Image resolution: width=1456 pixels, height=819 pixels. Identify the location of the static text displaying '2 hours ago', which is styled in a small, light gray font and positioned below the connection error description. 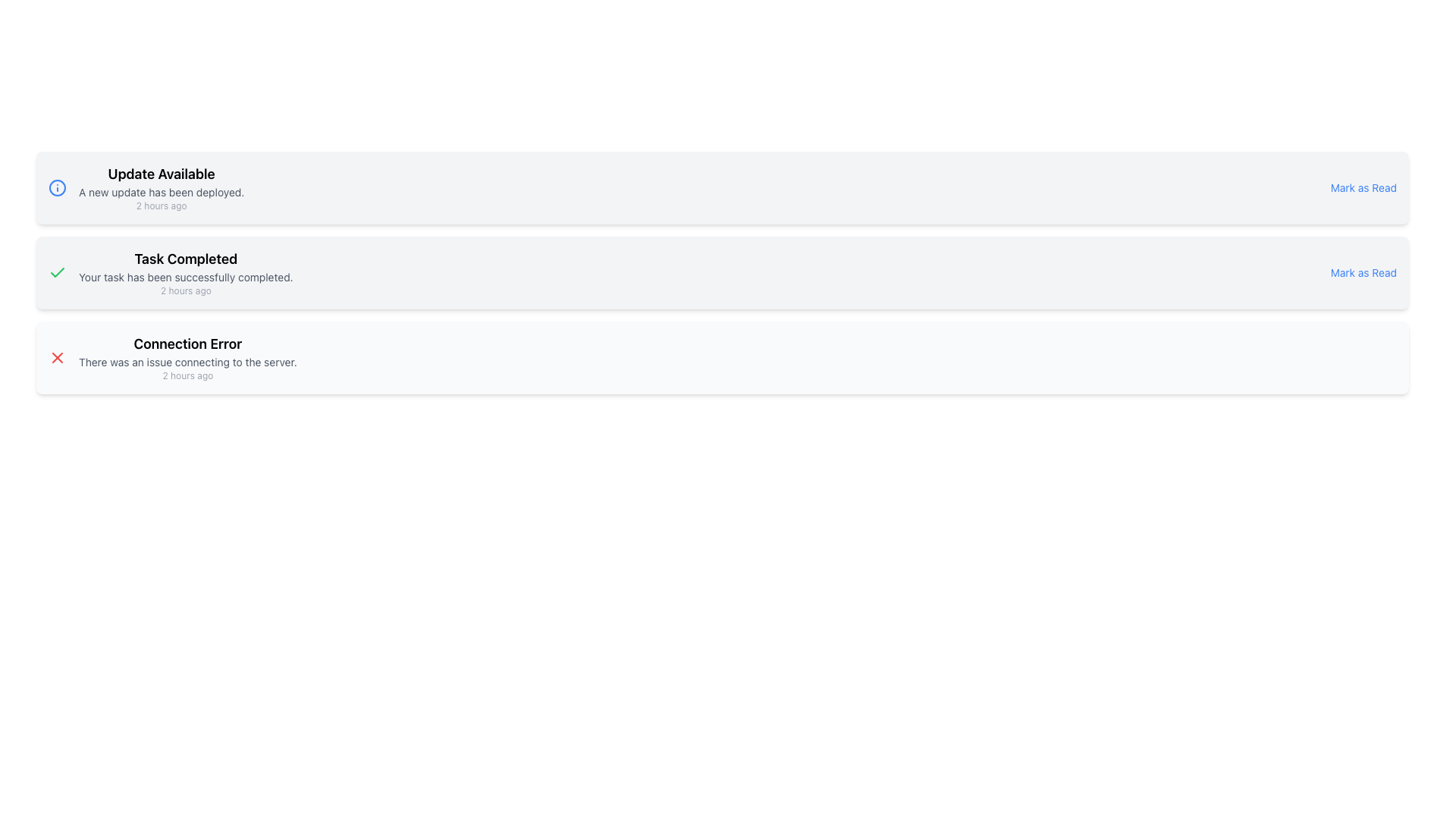
(187, 375).